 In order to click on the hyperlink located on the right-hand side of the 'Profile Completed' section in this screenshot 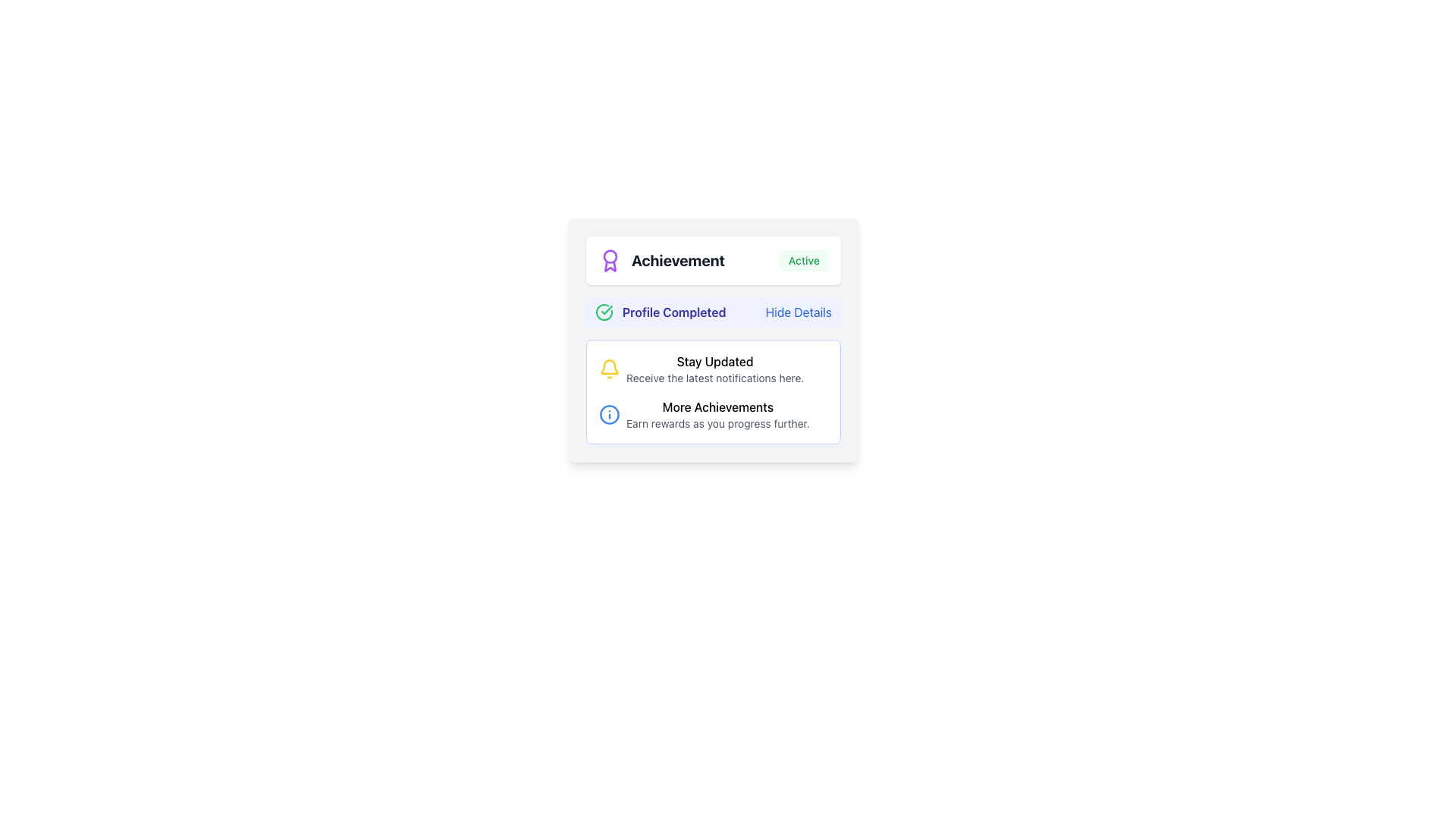, I will do `click(798, 312)`.